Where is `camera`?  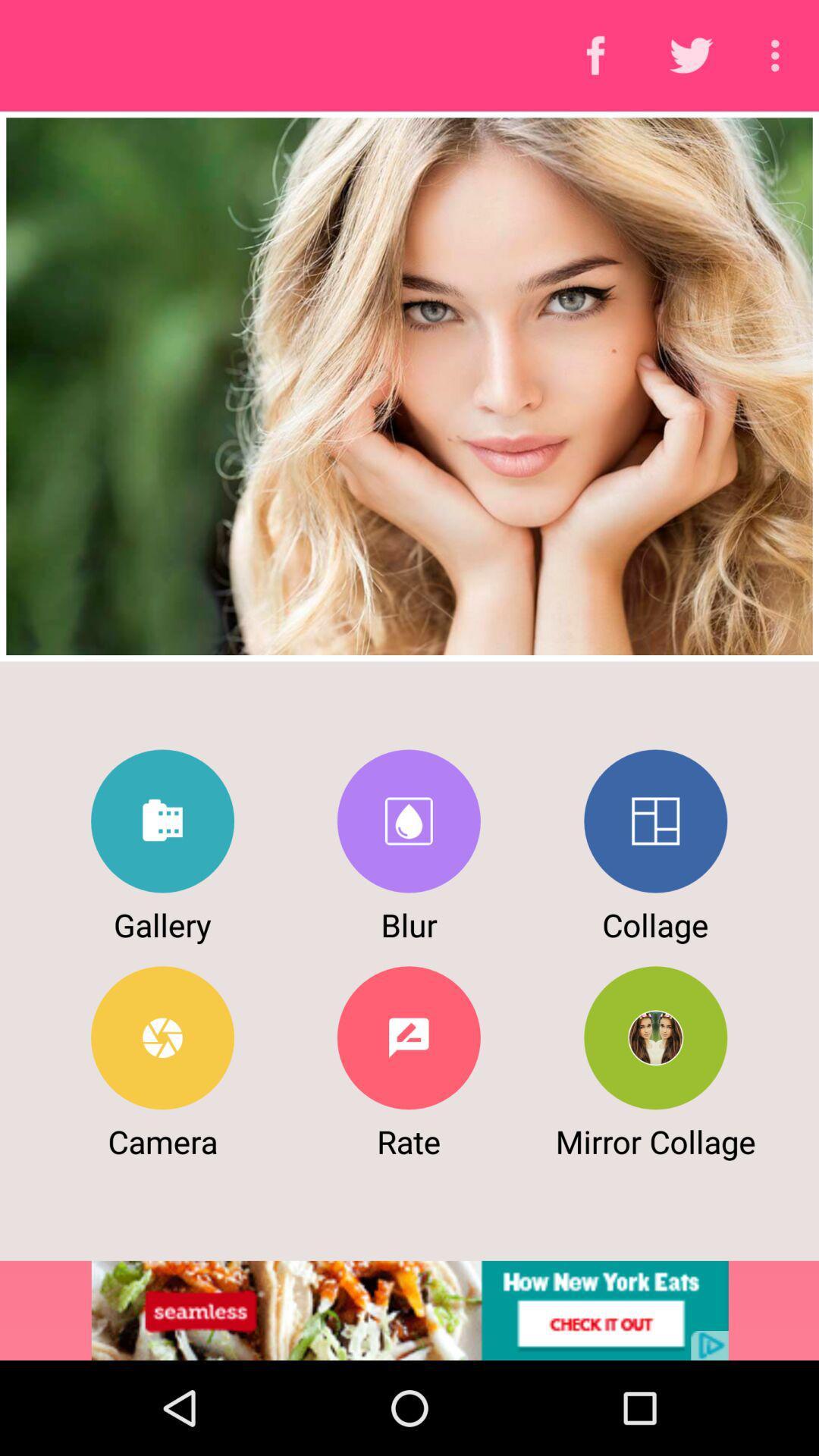
camera is located at coordinates (162, 1037).